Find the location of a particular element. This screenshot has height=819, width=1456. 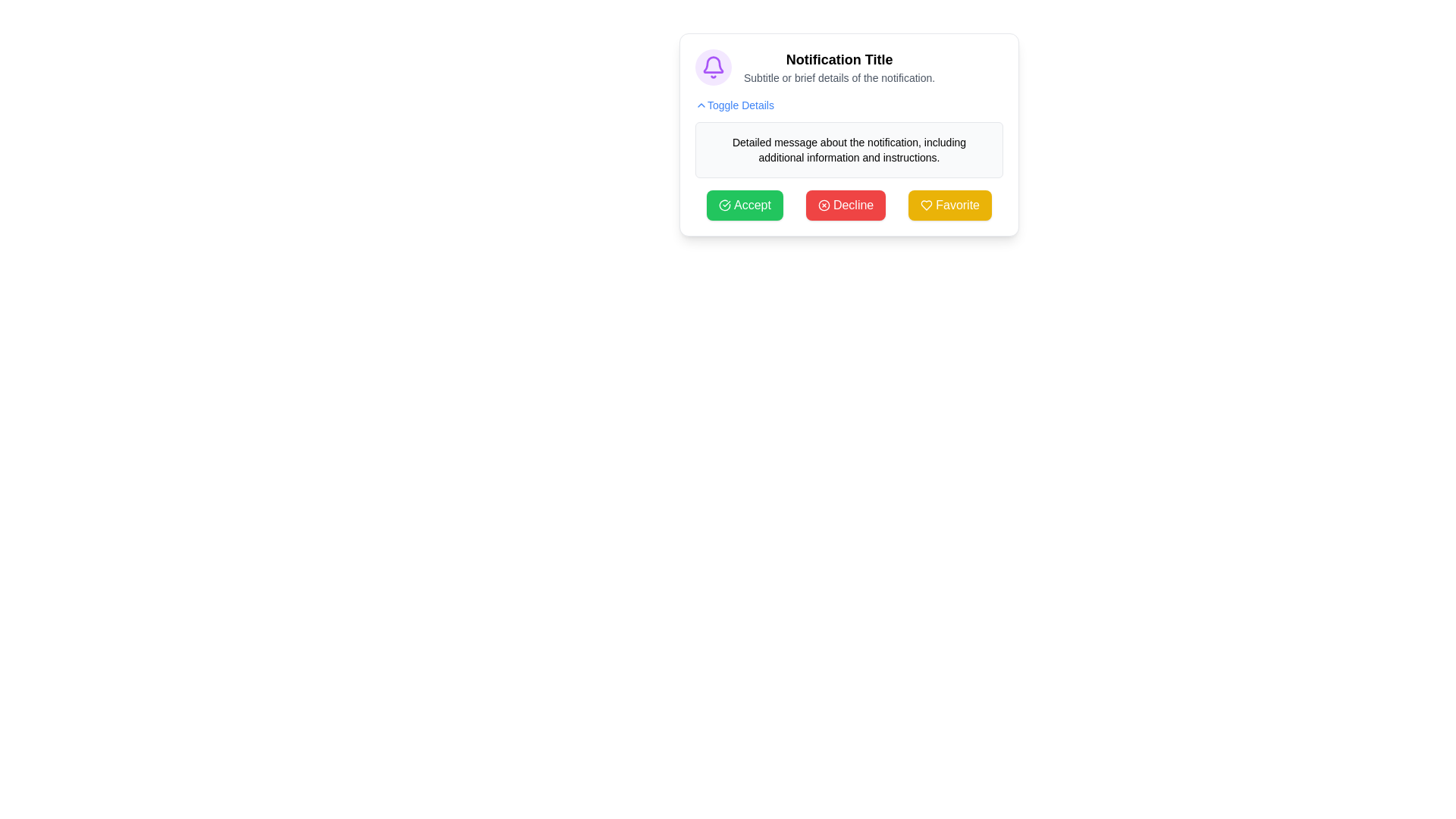

title 'Notification Title' and subtitle 'Subtitle or brief details of the notification.' from the notification element containing a purple bell icon is located at coordinates (848, 66).